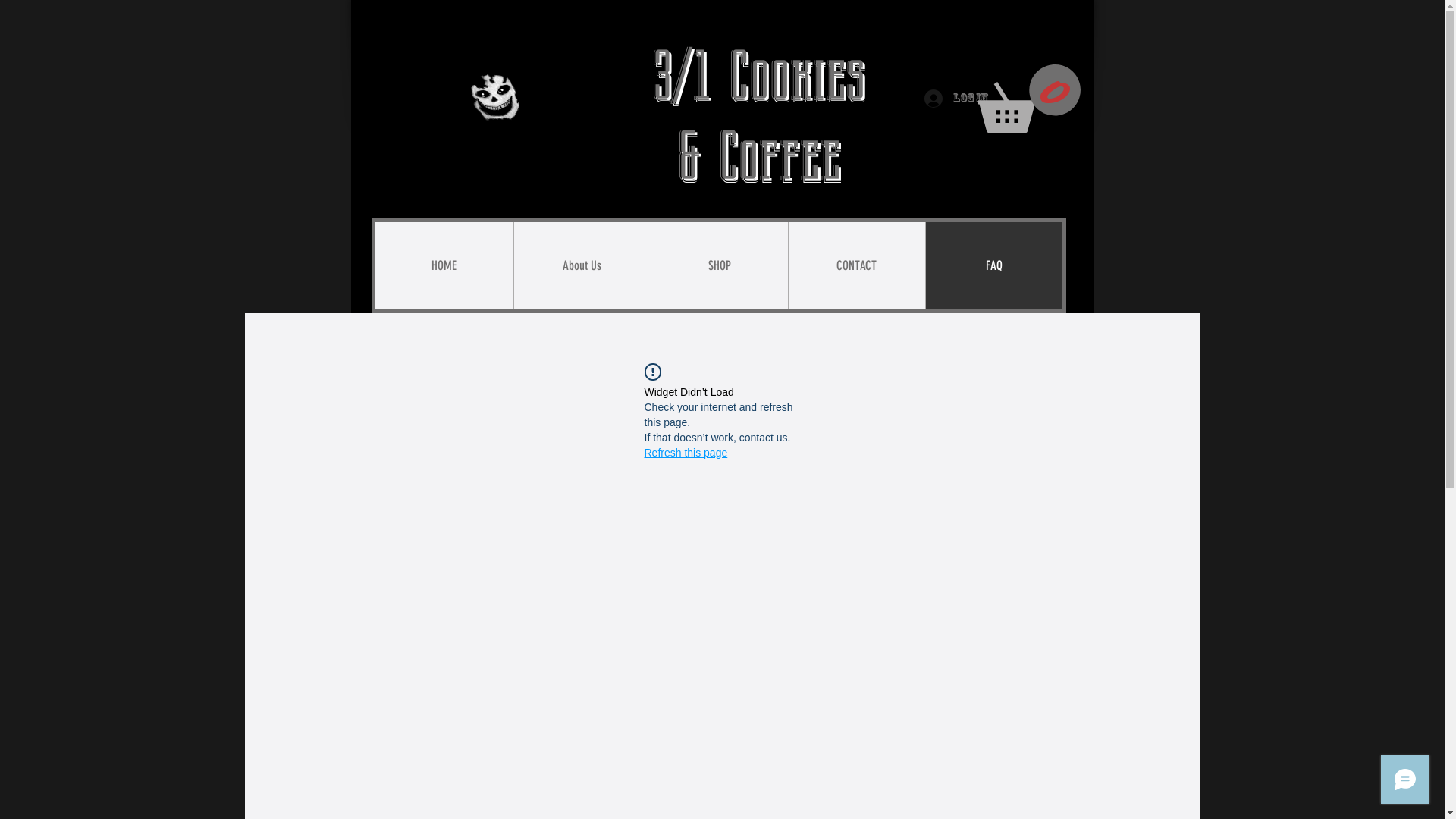 This screenshot has width=1456, height=819. Describe the element at coordinates (718, 265) in the screenshot. I see `'SHOP'` at that location.